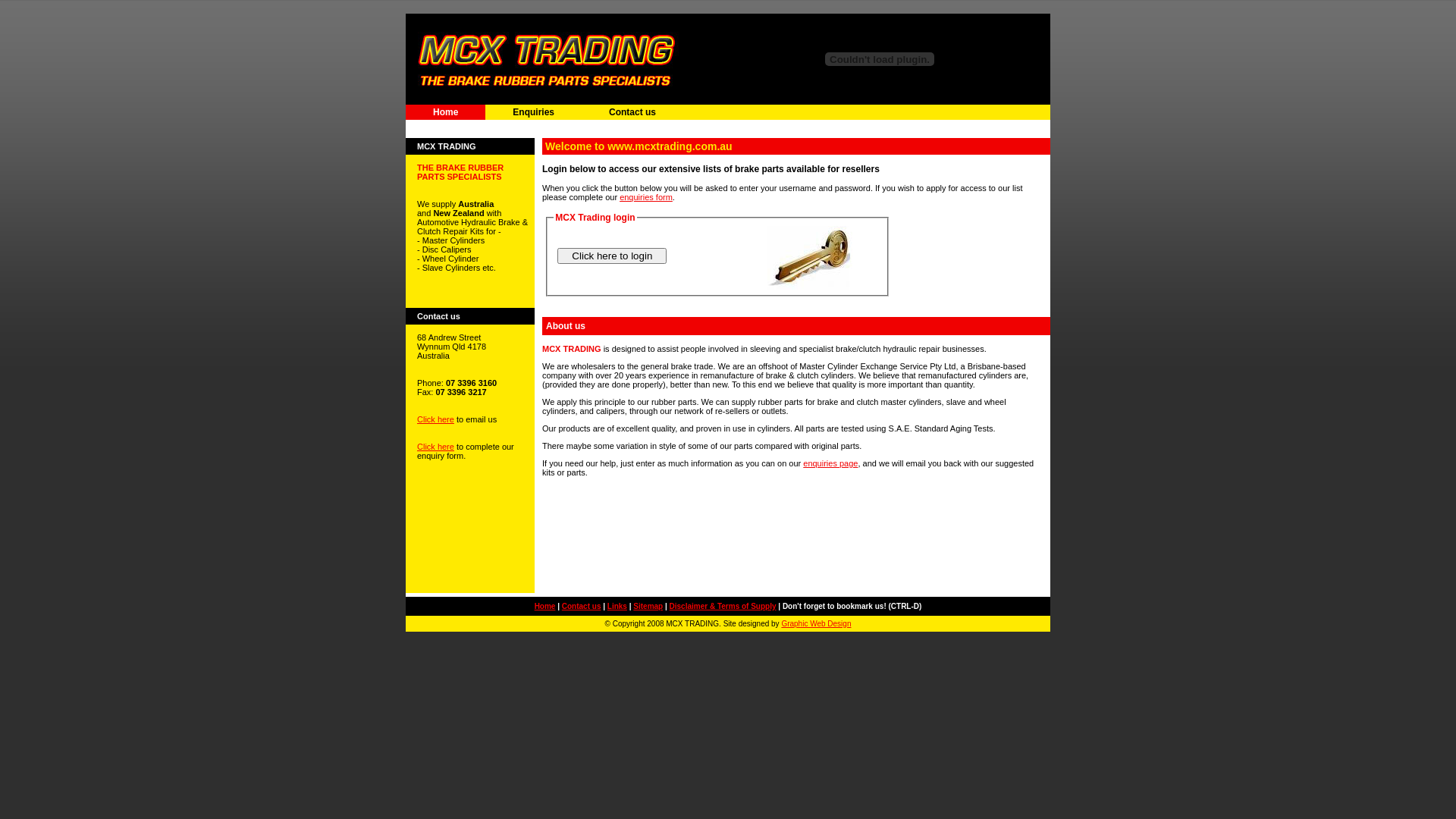  I want to click on 'Graphic Web Design', so click(814, 623).